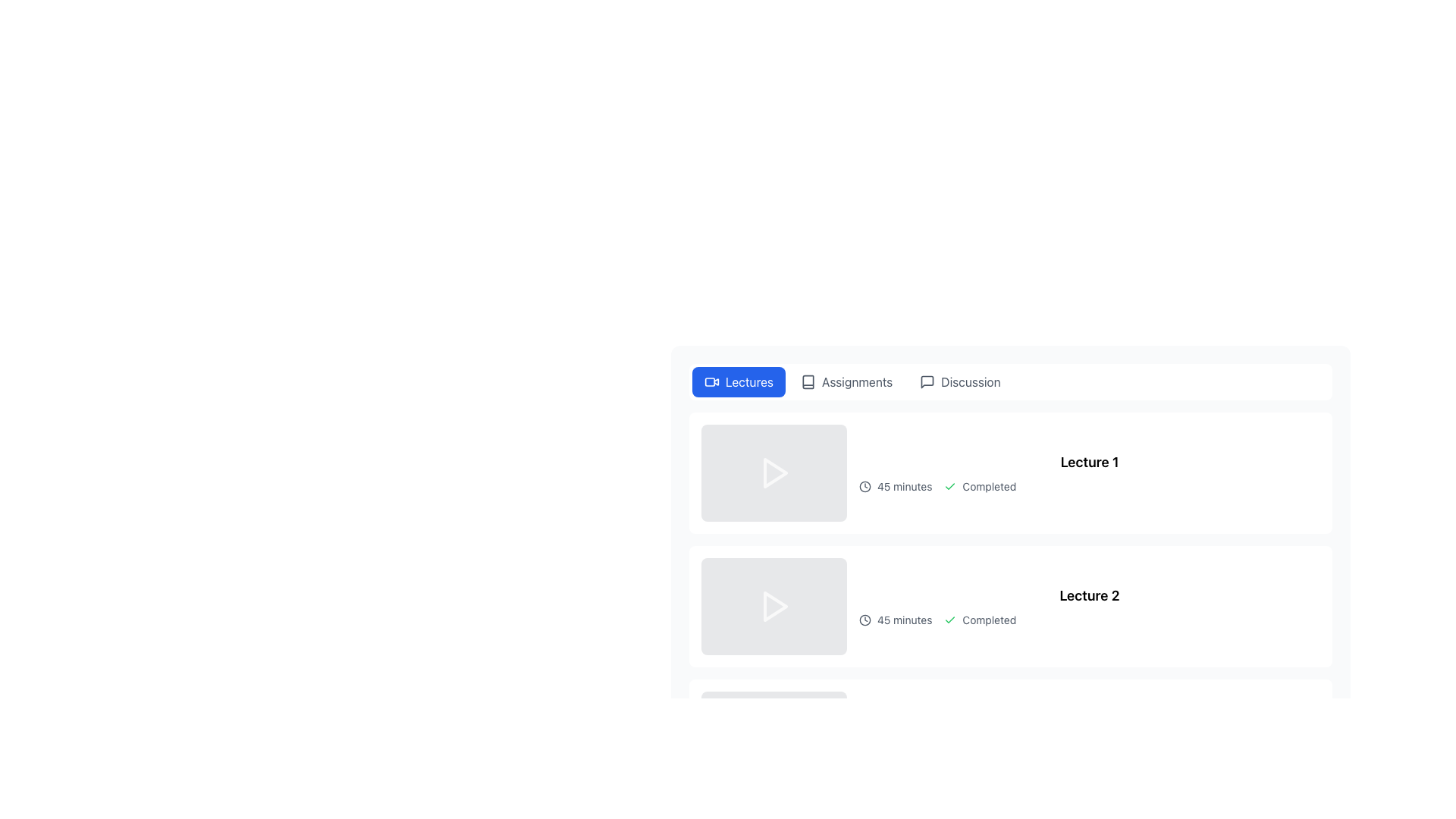 This screenshot has width=1456, height=819. What do you see at coordinates (807, 381) in the screenshot?
I see `the visual indicator icon for the 'Assignments' section located in the navigation menu at the top-center of the interface, immediately to the left of the text 'Assignments'` at bounding box center [807, 381].